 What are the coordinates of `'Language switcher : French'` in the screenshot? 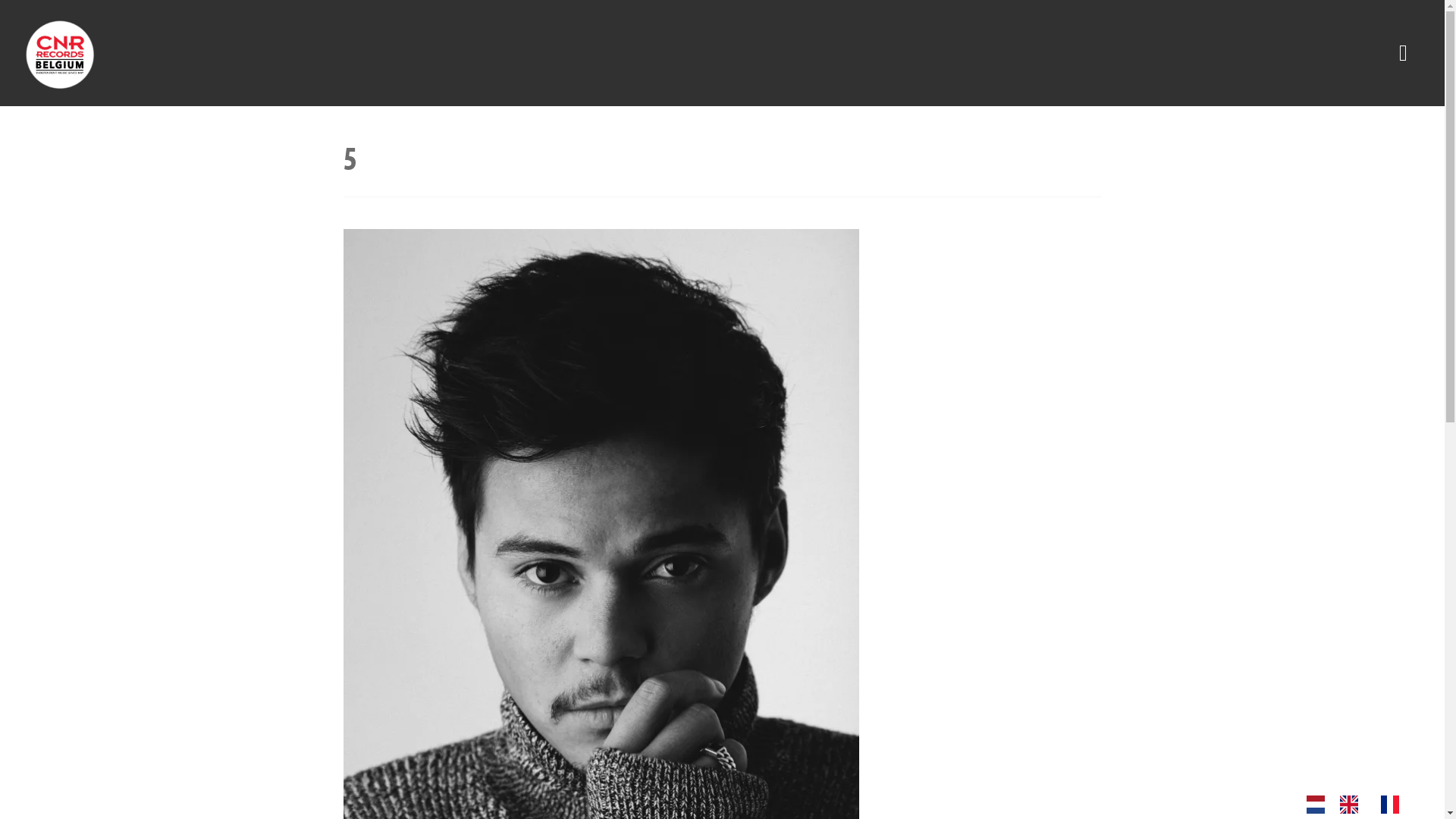 It's located at (1373, 802).